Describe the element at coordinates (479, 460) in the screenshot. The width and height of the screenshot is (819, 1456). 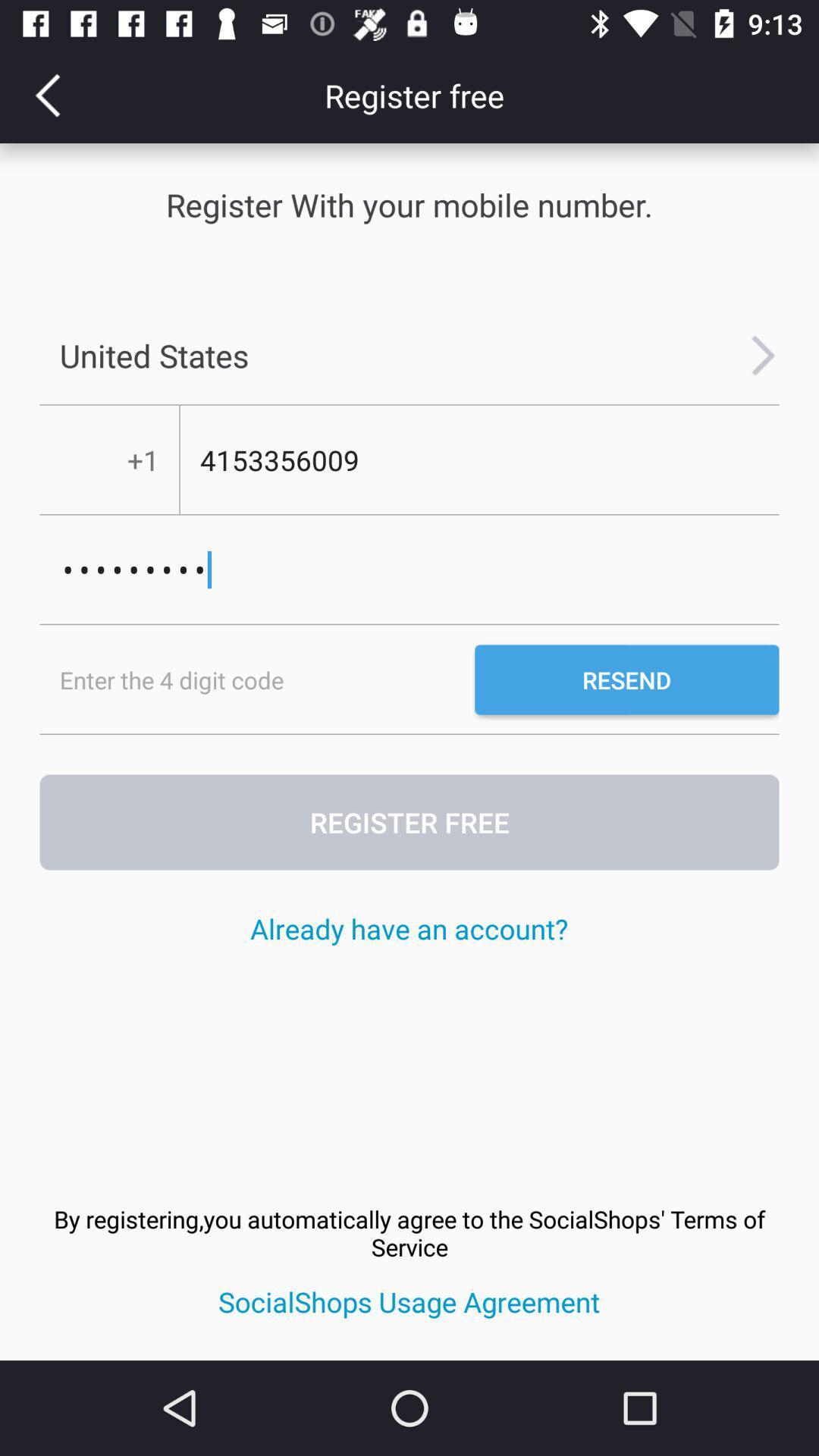
I see `the 4153356009` at that location.